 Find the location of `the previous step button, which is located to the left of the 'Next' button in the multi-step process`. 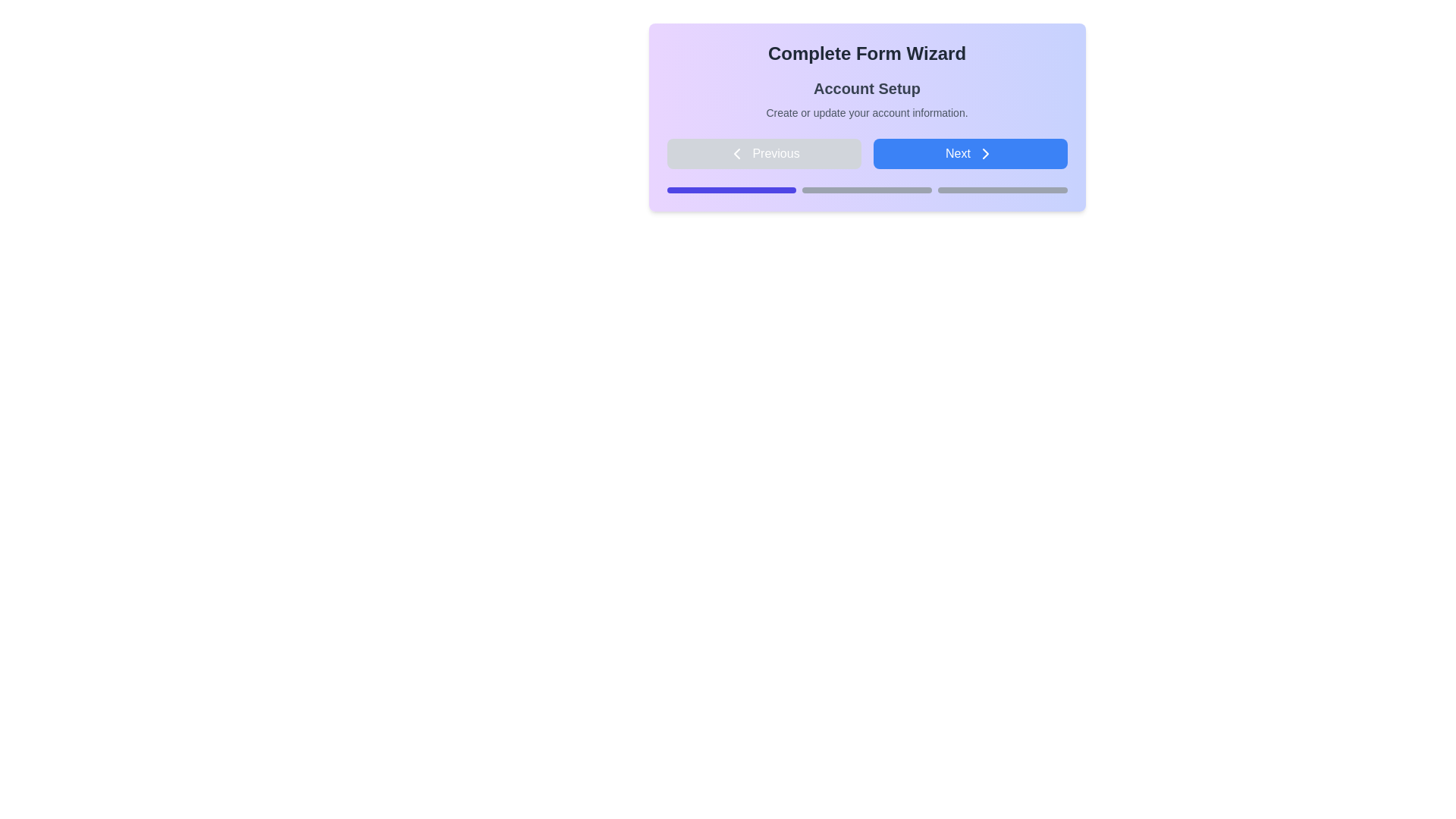

the previous step button, which is located to the left of the 'Next' button in the multi-step process is located at coordinates (764, 154).